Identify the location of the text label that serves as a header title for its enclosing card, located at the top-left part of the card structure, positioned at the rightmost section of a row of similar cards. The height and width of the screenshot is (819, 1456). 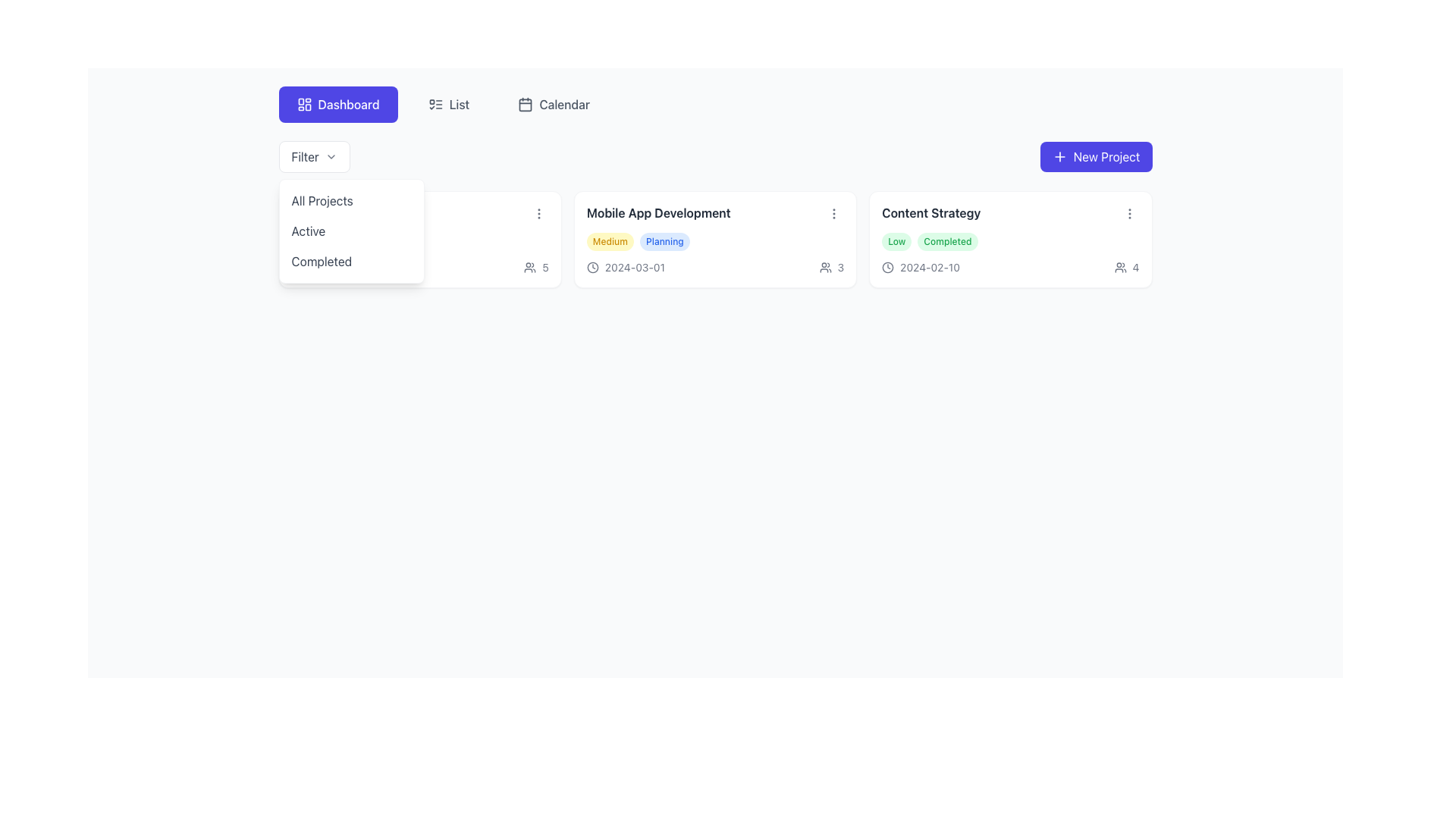
(930, 213).